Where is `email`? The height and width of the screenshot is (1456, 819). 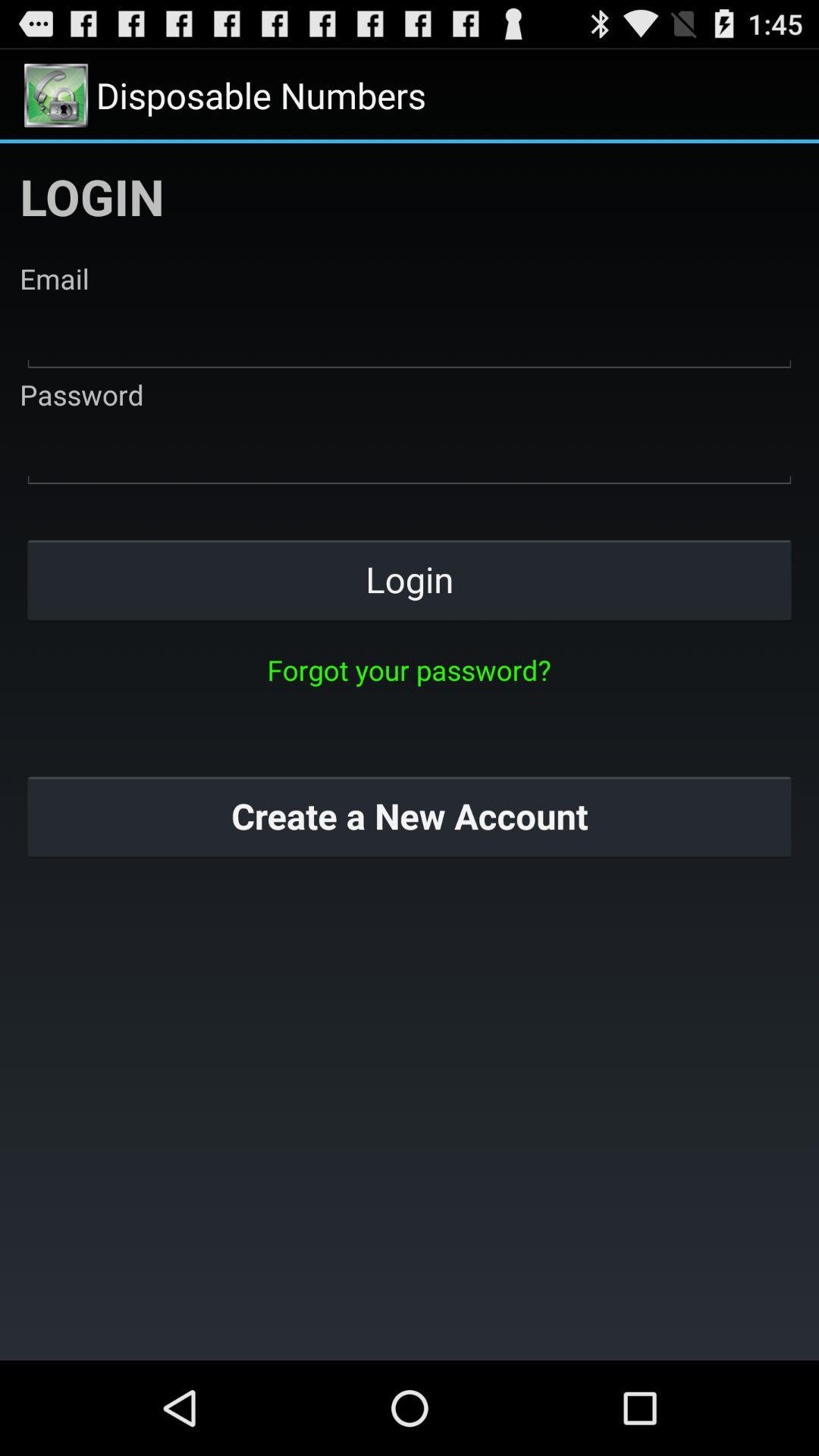
email is located at coordinates (409, 335).